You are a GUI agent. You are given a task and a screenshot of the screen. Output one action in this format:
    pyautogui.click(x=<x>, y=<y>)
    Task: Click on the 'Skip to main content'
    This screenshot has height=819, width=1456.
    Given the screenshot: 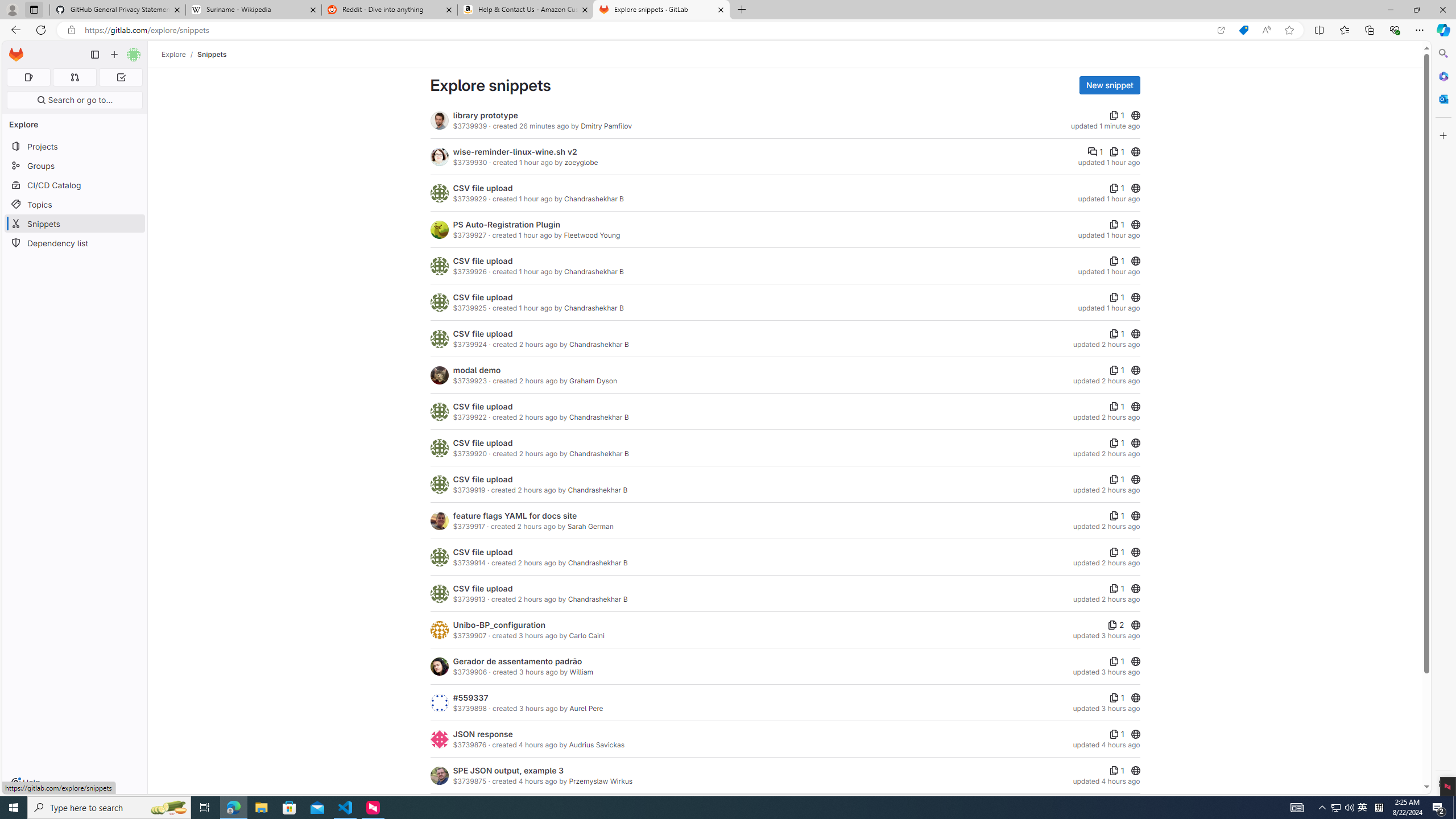 What is the action you would take?
    pyautogui.click(x=14, y=50)
    